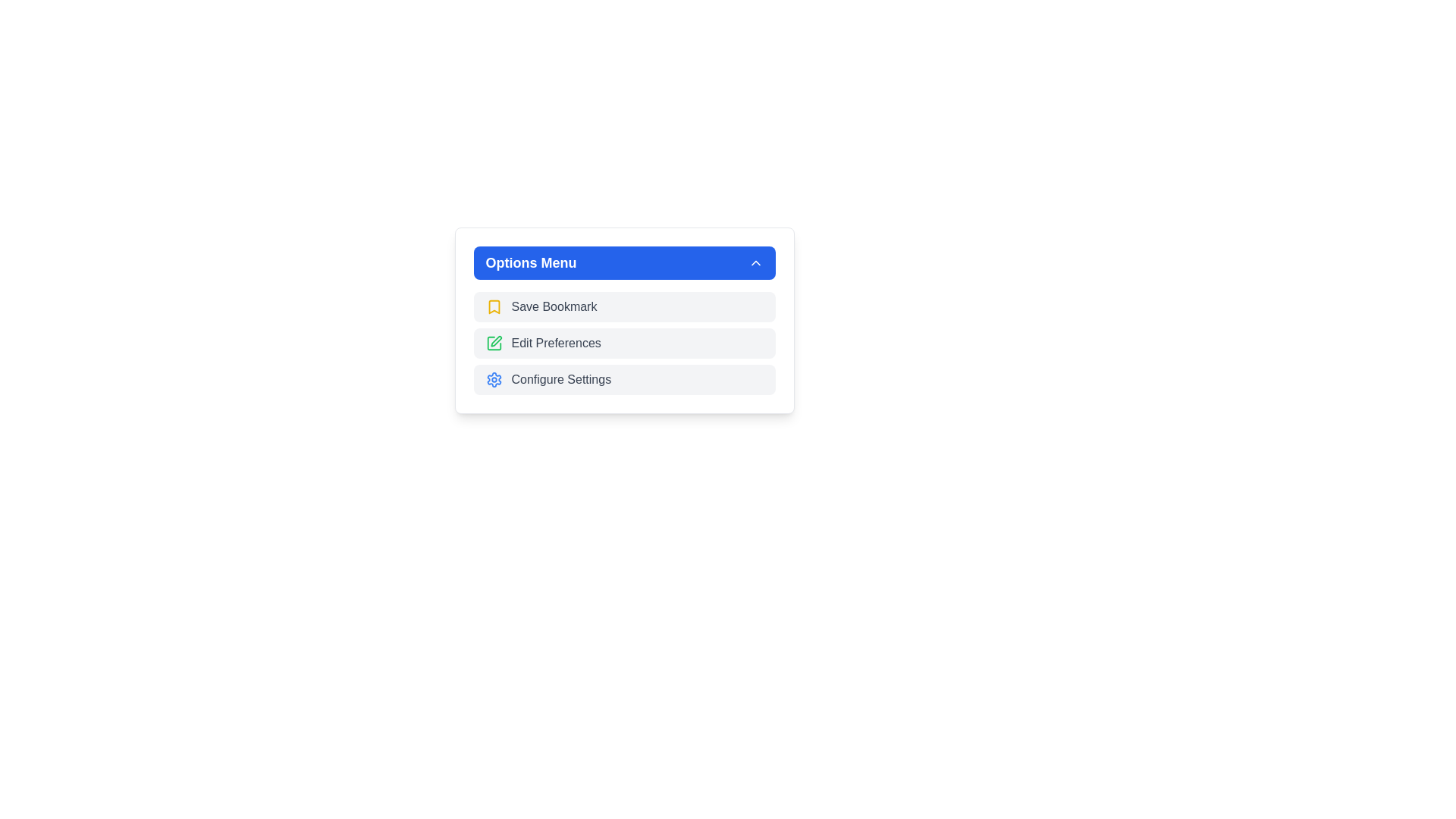 The width and height of the screenshot is (1456, 819). Describe the element at coordinates (494, 379) in the screenshot. I see `the gear-shaped settings icon, which is located to the left of the 'Configure Settings' text in the bottom-most item of a vertical list of options` at that location.